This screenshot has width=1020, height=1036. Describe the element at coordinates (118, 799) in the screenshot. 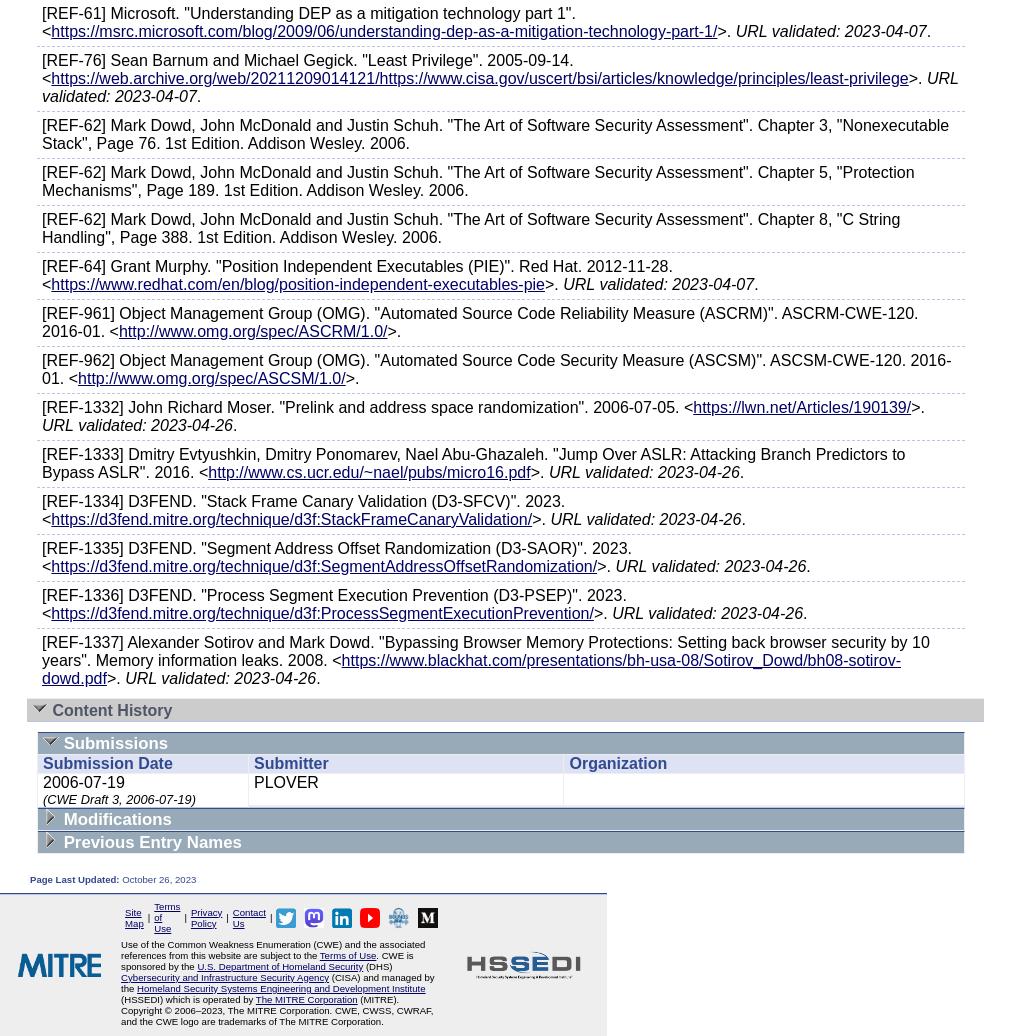

I see `'(CWE Draft 3, 2006-07-19)'` at that location.